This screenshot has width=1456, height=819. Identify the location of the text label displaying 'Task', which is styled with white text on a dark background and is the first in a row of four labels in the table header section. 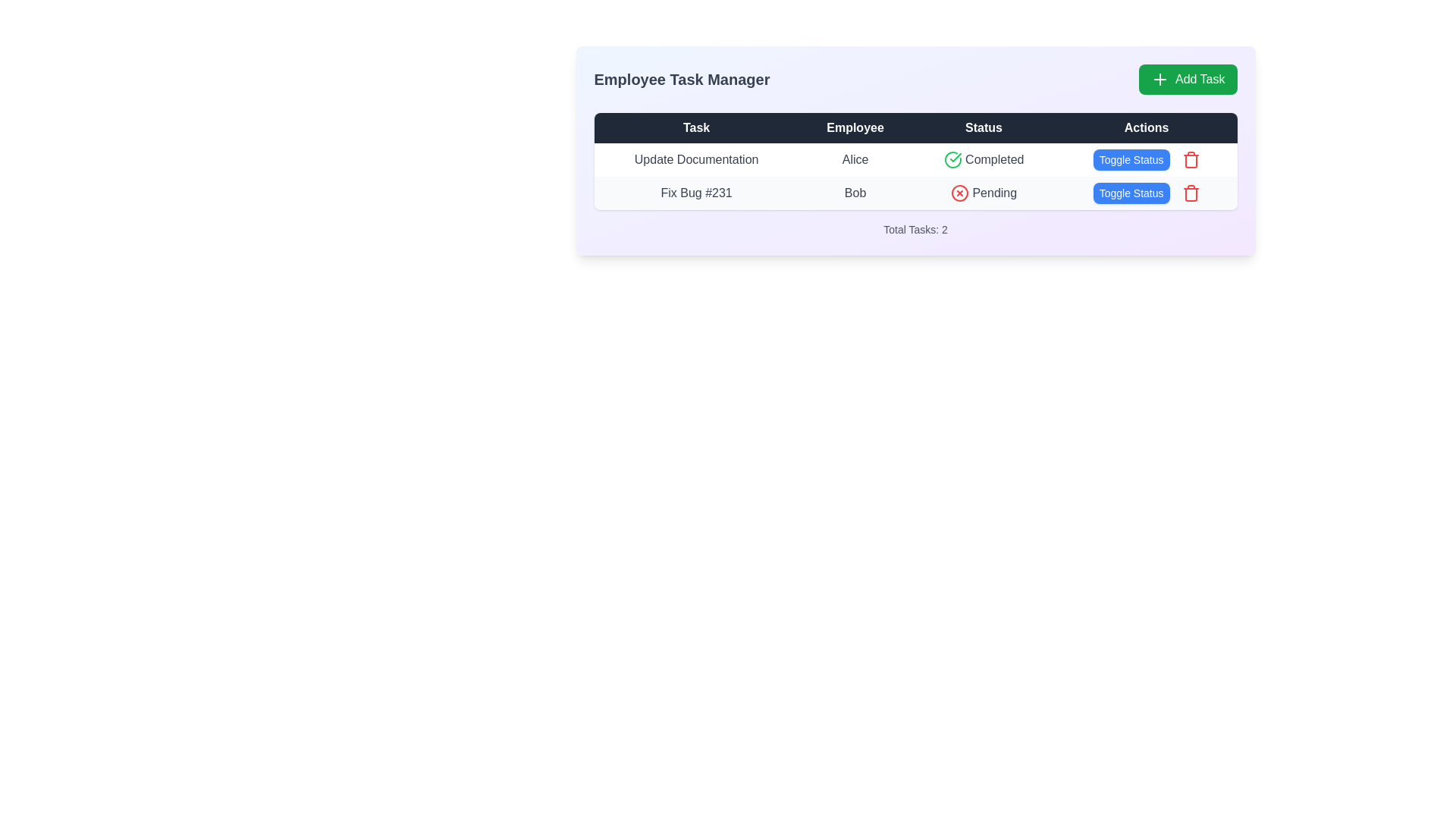
(695, 127).